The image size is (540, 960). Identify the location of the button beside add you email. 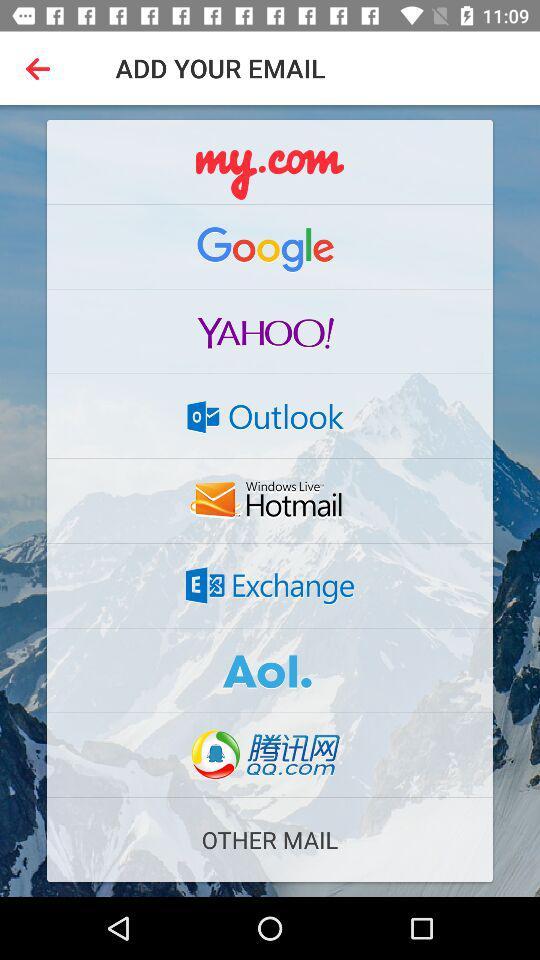
(42, 67).